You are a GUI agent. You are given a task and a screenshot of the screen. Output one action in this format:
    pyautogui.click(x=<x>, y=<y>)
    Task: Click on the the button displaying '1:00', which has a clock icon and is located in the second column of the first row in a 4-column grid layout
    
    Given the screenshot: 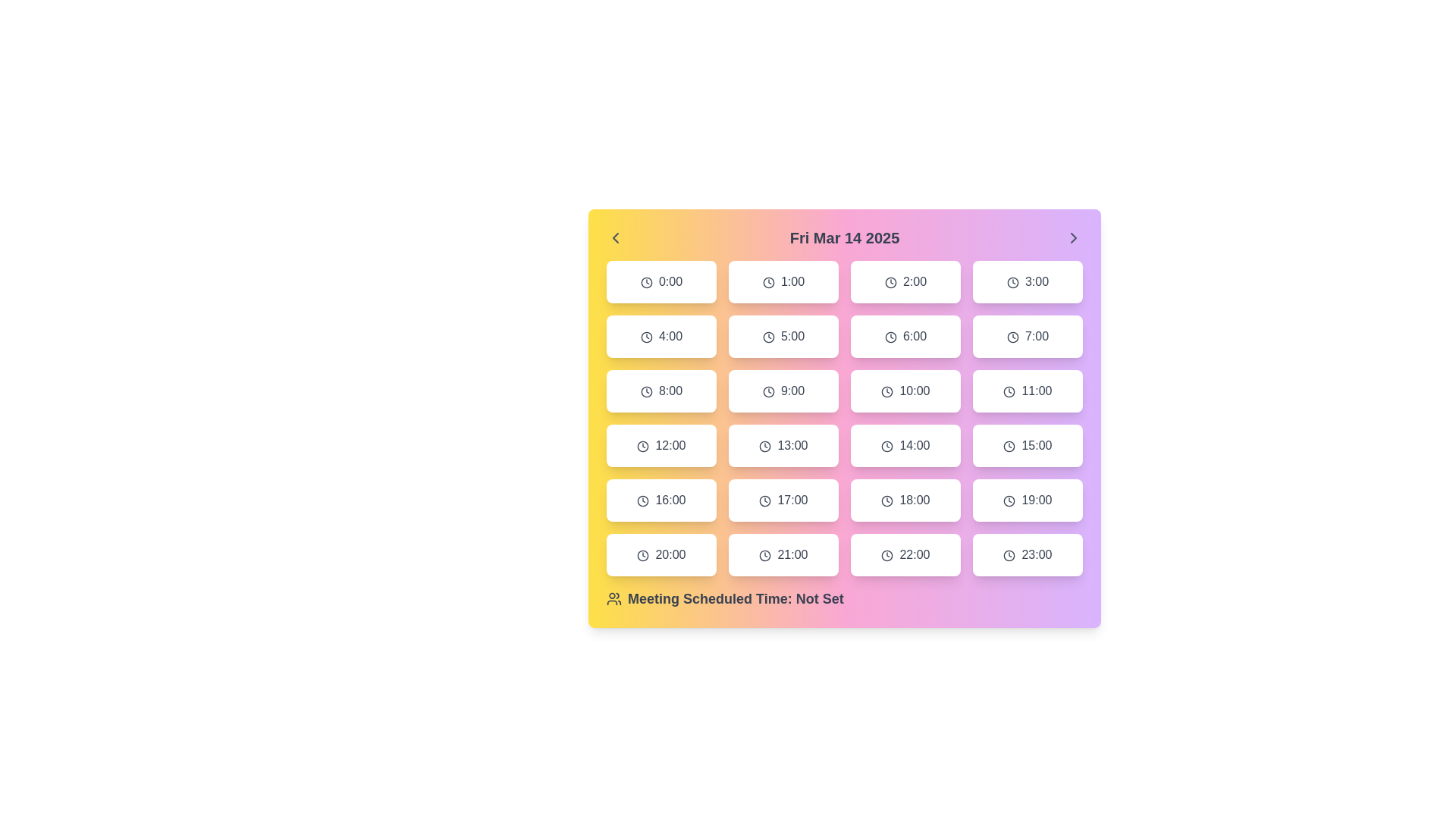 What is the action you would take?
    pyautogui.click(x=783, y=281)
    